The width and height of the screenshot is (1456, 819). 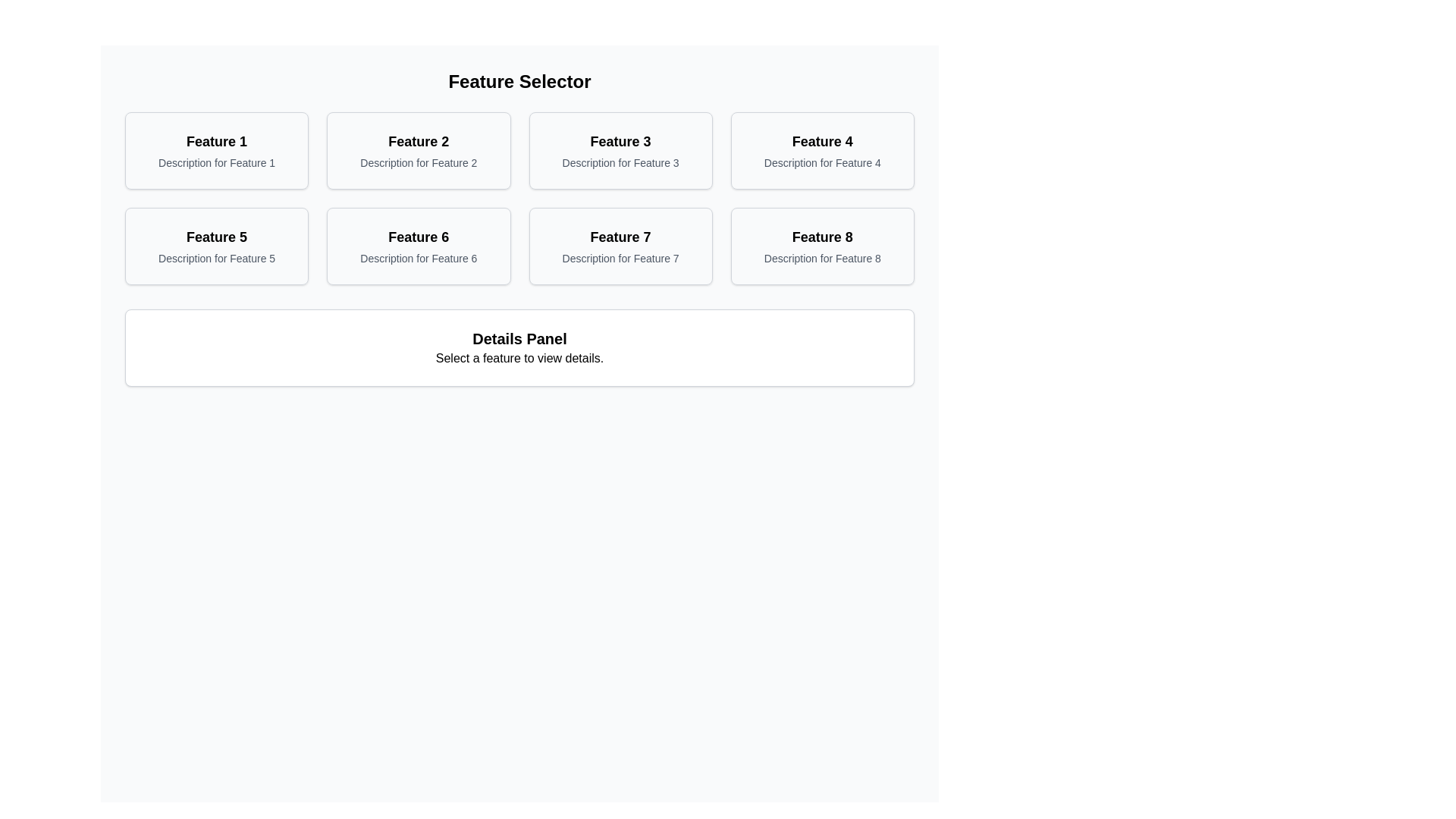 I want to click on the text label 'Feature 4' which is prominently displayed at the upper part of its tile component, so click(x=821, y=141).